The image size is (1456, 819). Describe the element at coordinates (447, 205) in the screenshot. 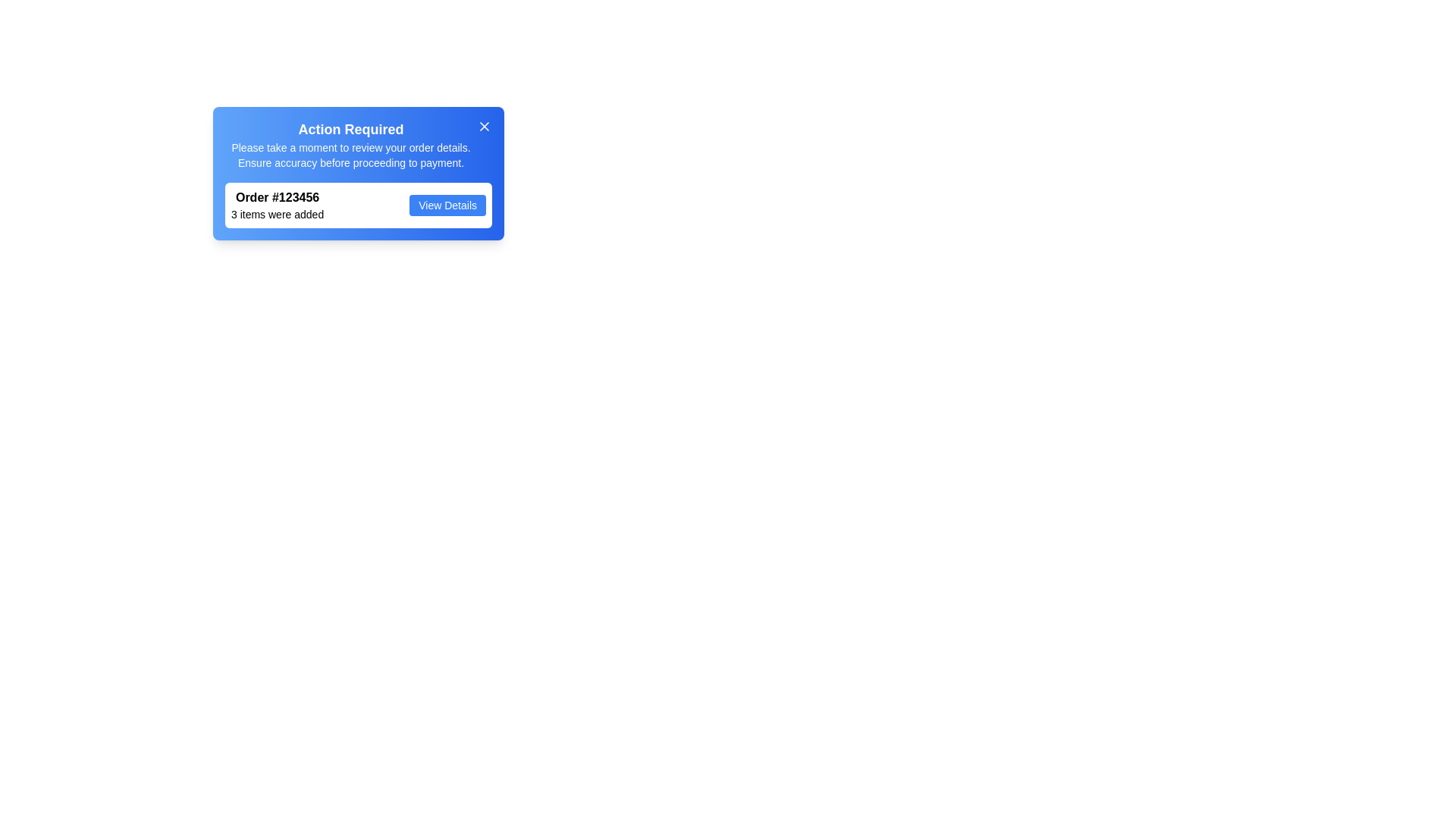

I see `the button located to the right of the order details that allows users` at that location.